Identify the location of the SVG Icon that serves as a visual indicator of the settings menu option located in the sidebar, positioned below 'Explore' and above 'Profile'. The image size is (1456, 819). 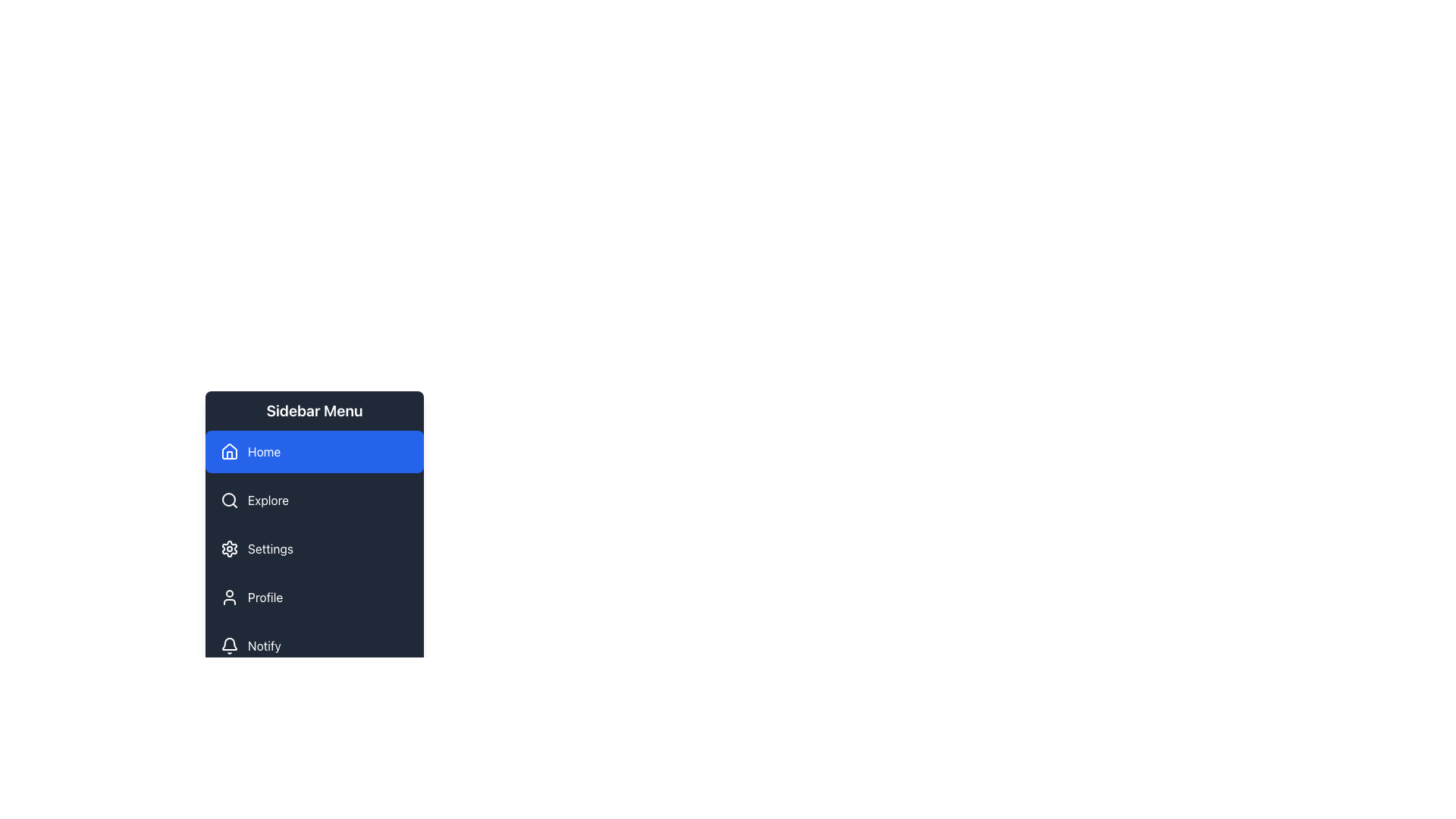
(228, 549).